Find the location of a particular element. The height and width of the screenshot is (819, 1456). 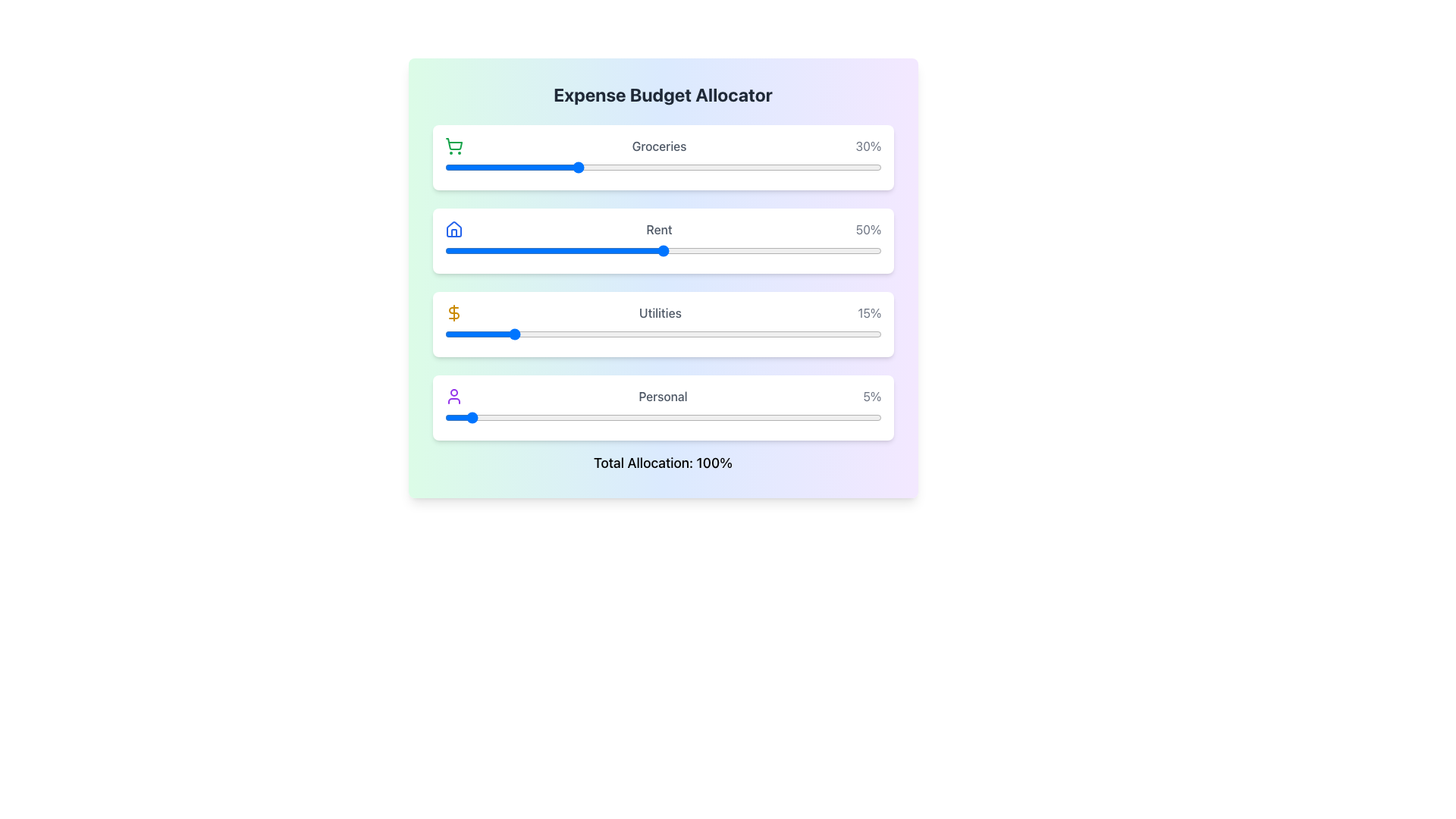

the range slider track near the blue handle to set the value for groceries, which is positioned under the 'Groceries' label and next to the '30%' display is located at coordinates (663, 167).